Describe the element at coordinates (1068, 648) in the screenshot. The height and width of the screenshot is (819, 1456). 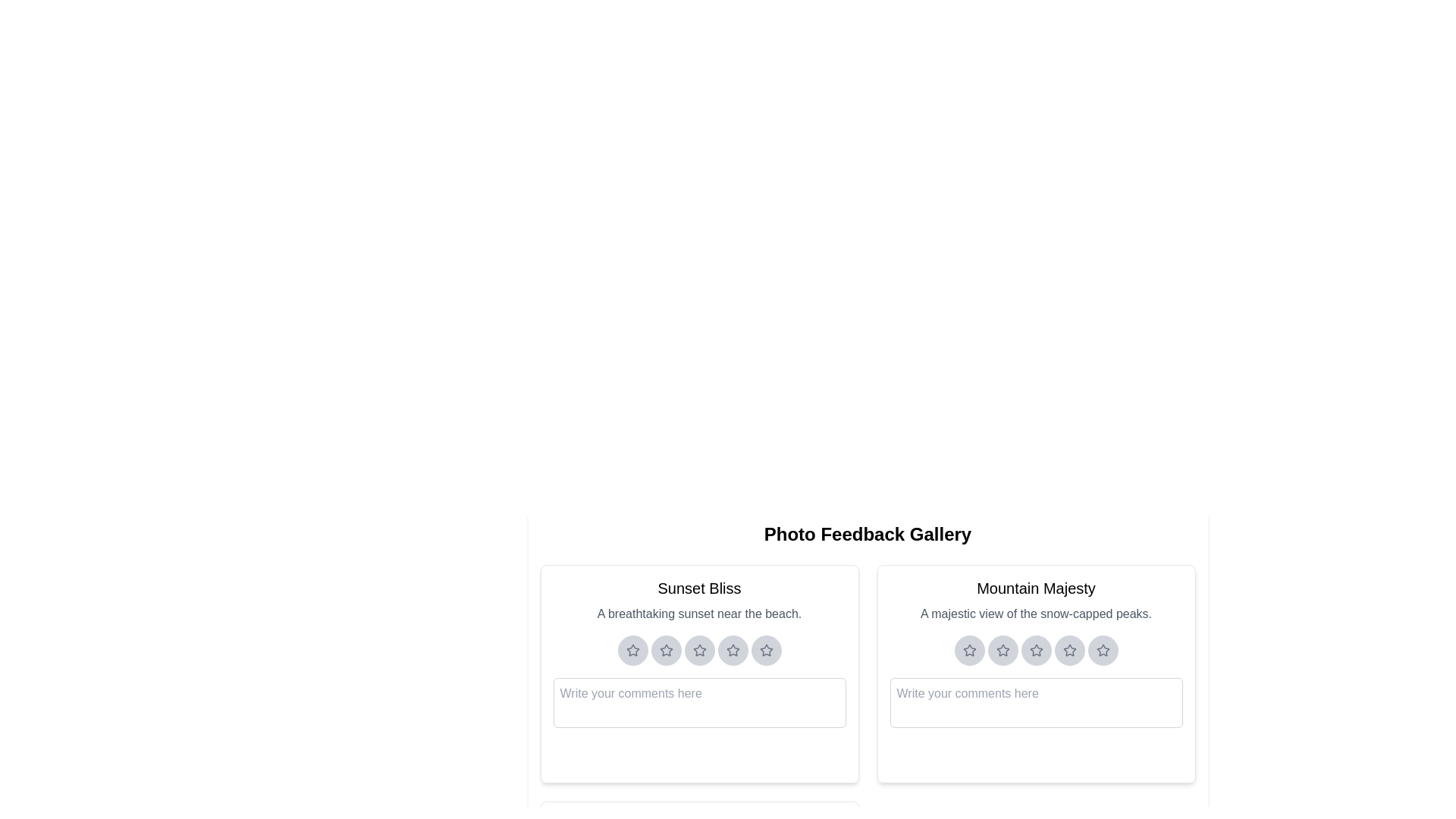
I see `the fourth selectable star icon in the rating system for 'Mountain Majesty'` at that location.